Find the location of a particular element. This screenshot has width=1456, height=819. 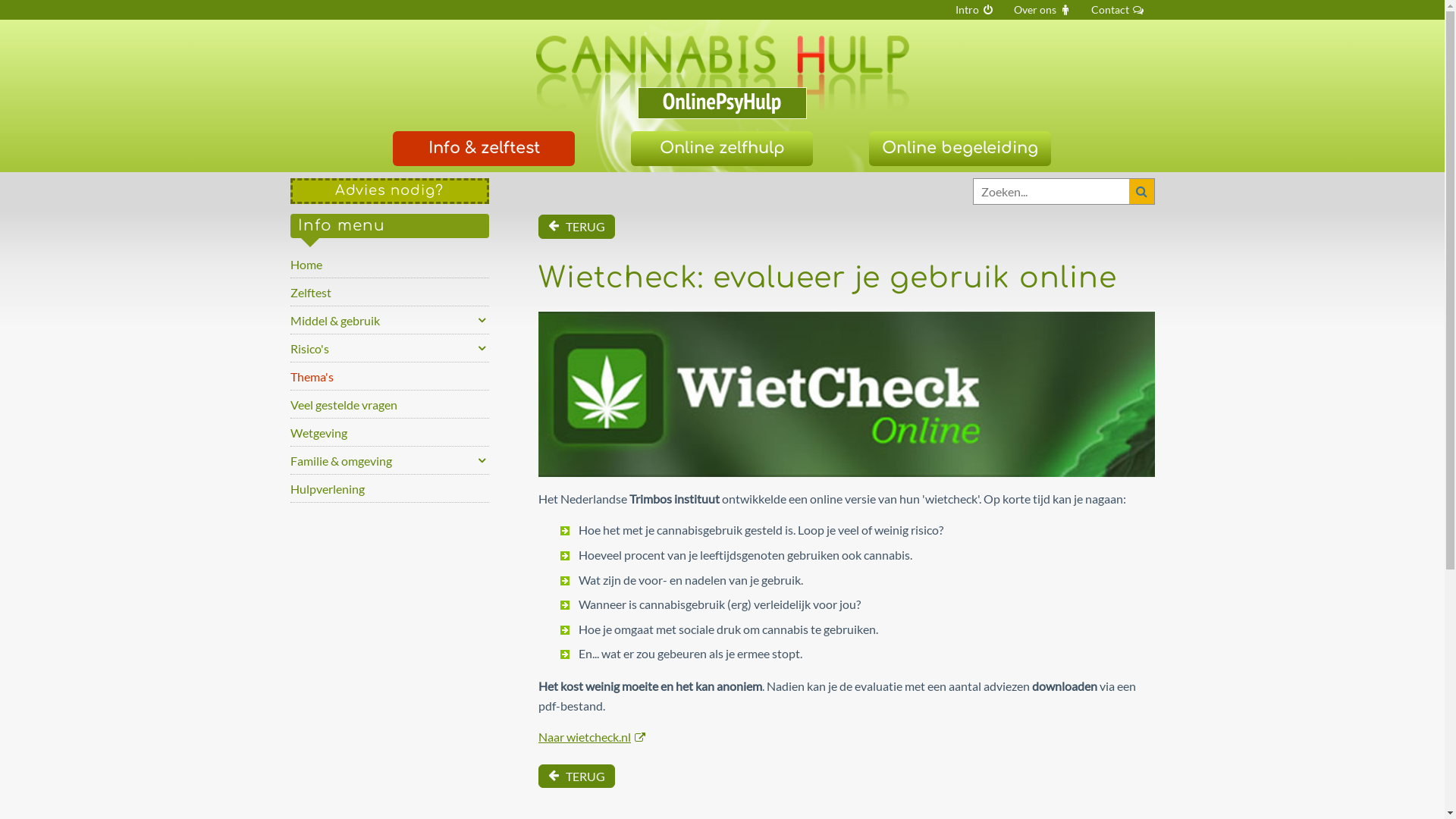

'Online begeleiding' is located at coordinates (959, 149).